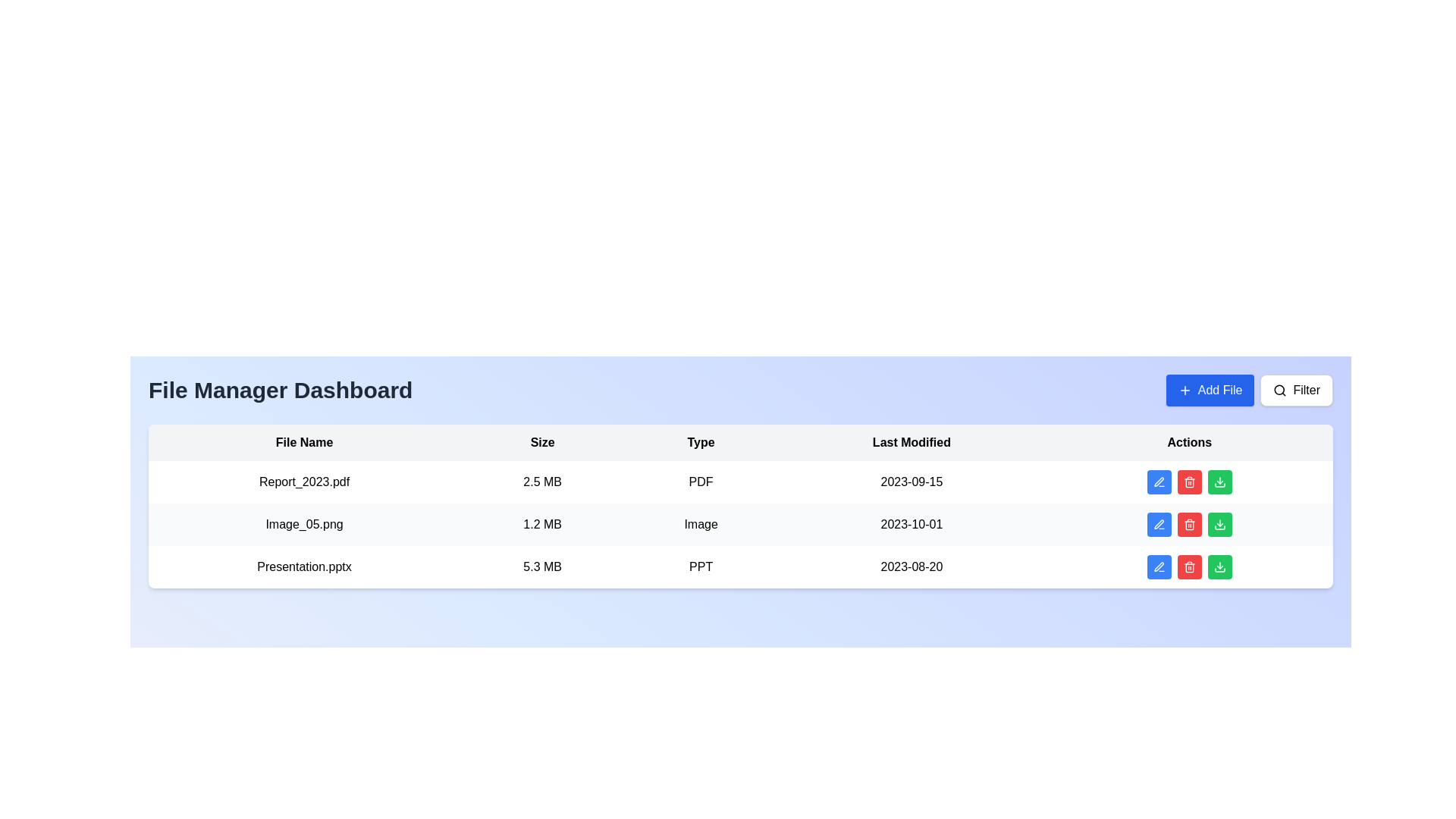  Describe the element at coordinates (542, 482) in the screenshot. I see `the static text element that displays the size of the file 'Report_2023.pdf', which is located in the second column under the 'Size' header in the file listing table` at that location.